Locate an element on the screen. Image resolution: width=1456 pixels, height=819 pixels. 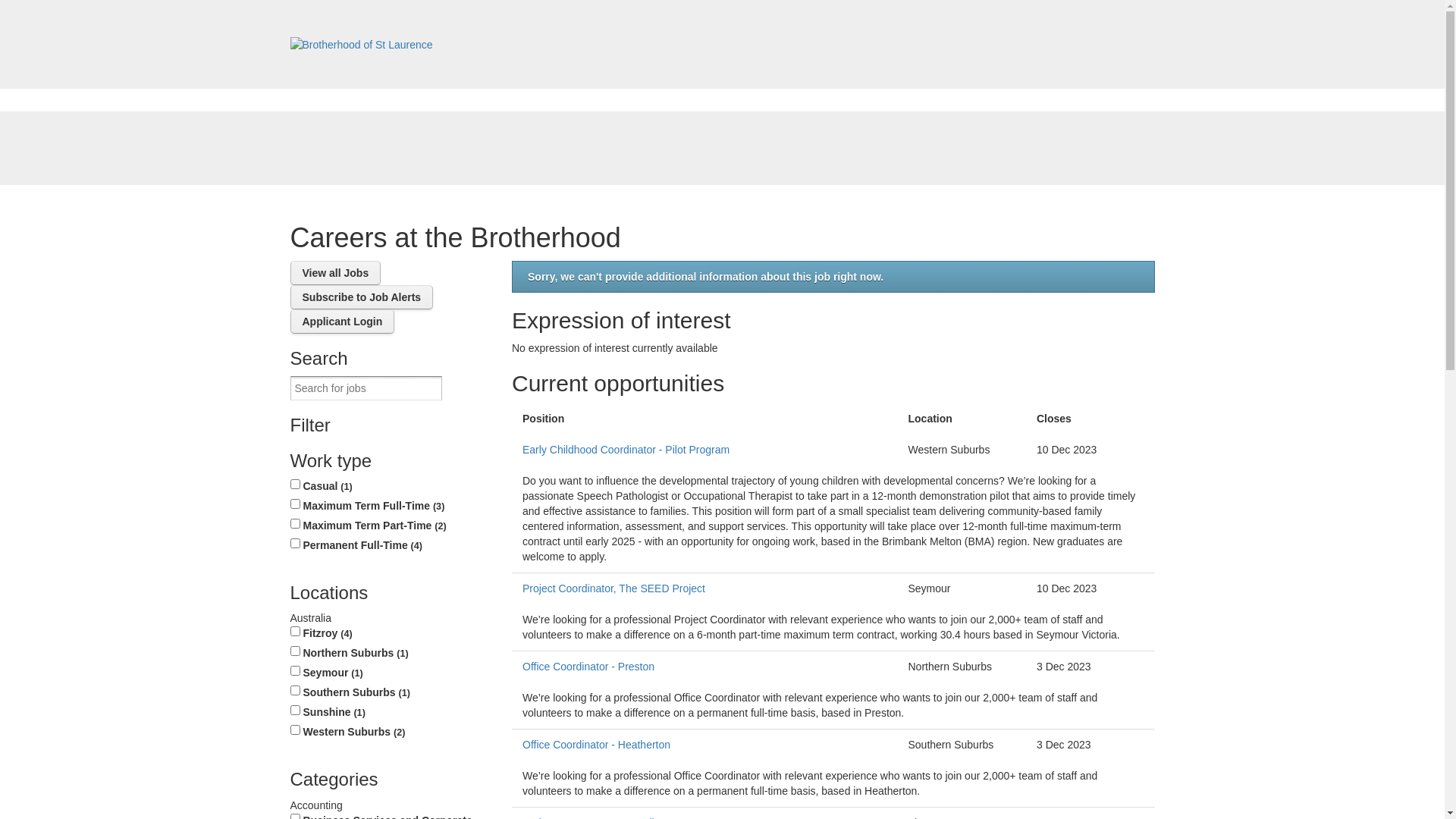
'Subscribe to Job Alerts' is located at coordinates (290, 297).